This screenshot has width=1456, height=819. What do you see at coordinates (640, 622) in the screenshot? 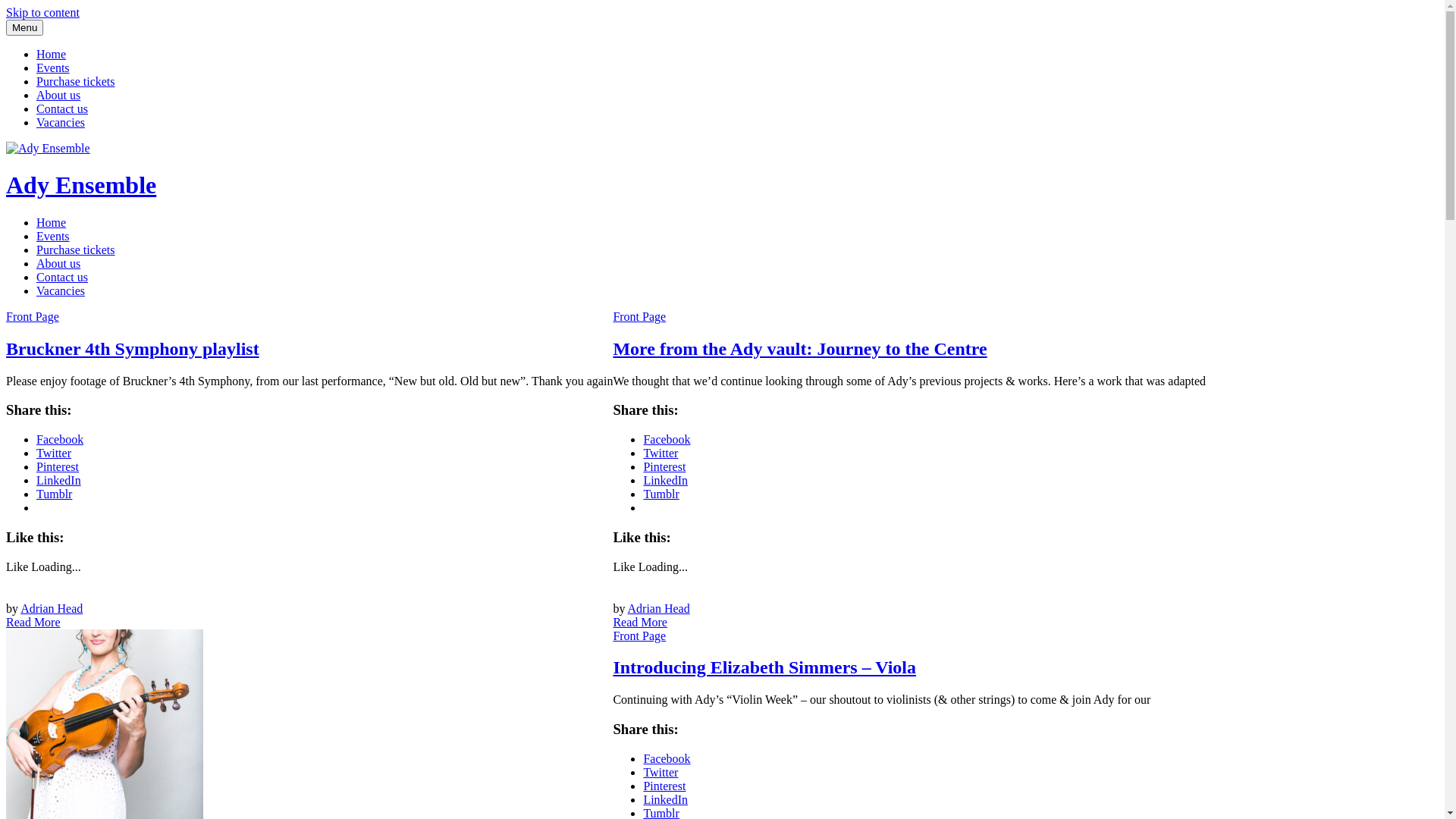
I see `'Read More'` at bounding box center [640, 622].